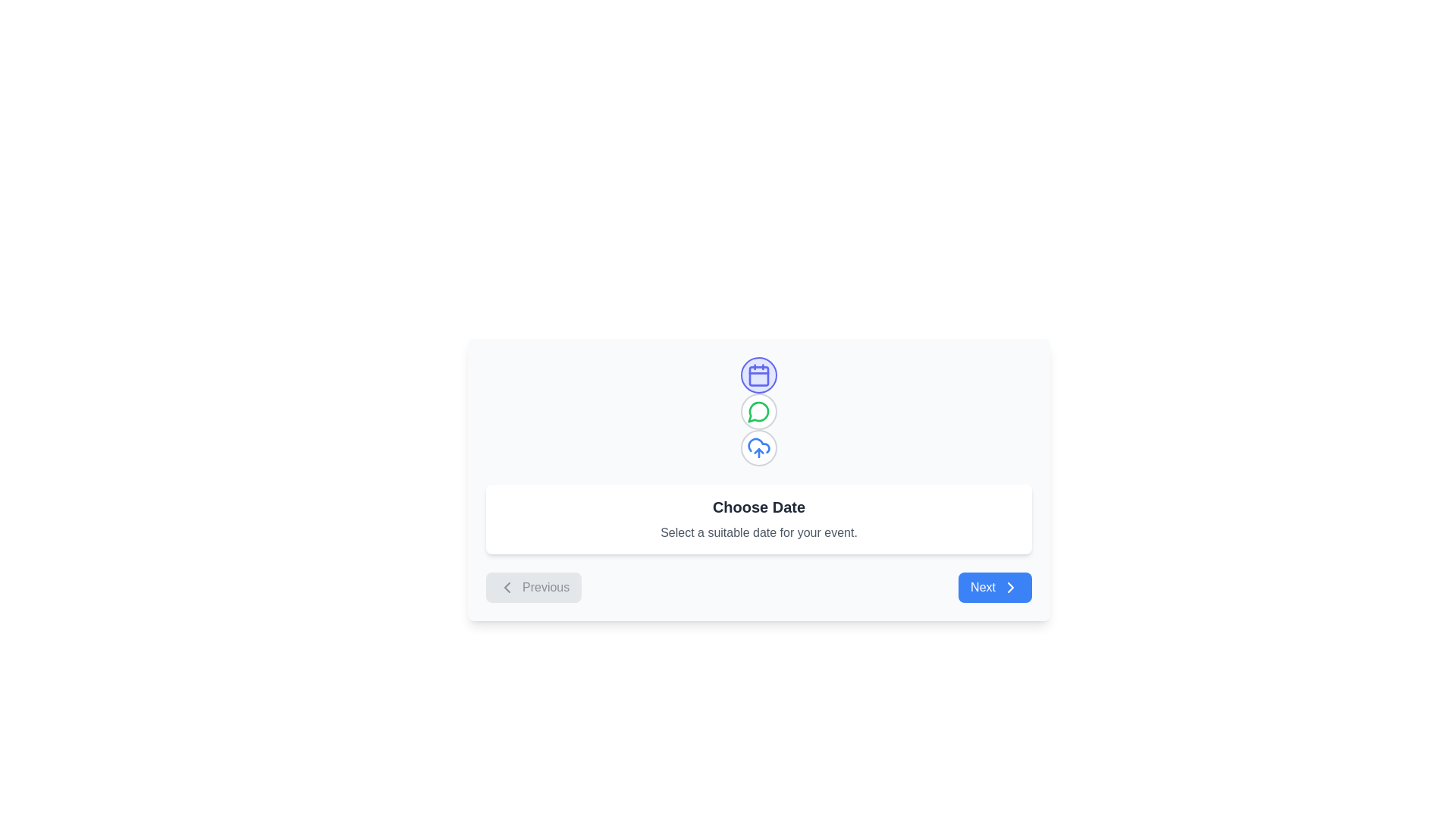 Image resolution: width=1456 pixels, height=819 pixels. I want to click on the arrow icon located at the center-right of the 'Next' button, so click(1011, 587).